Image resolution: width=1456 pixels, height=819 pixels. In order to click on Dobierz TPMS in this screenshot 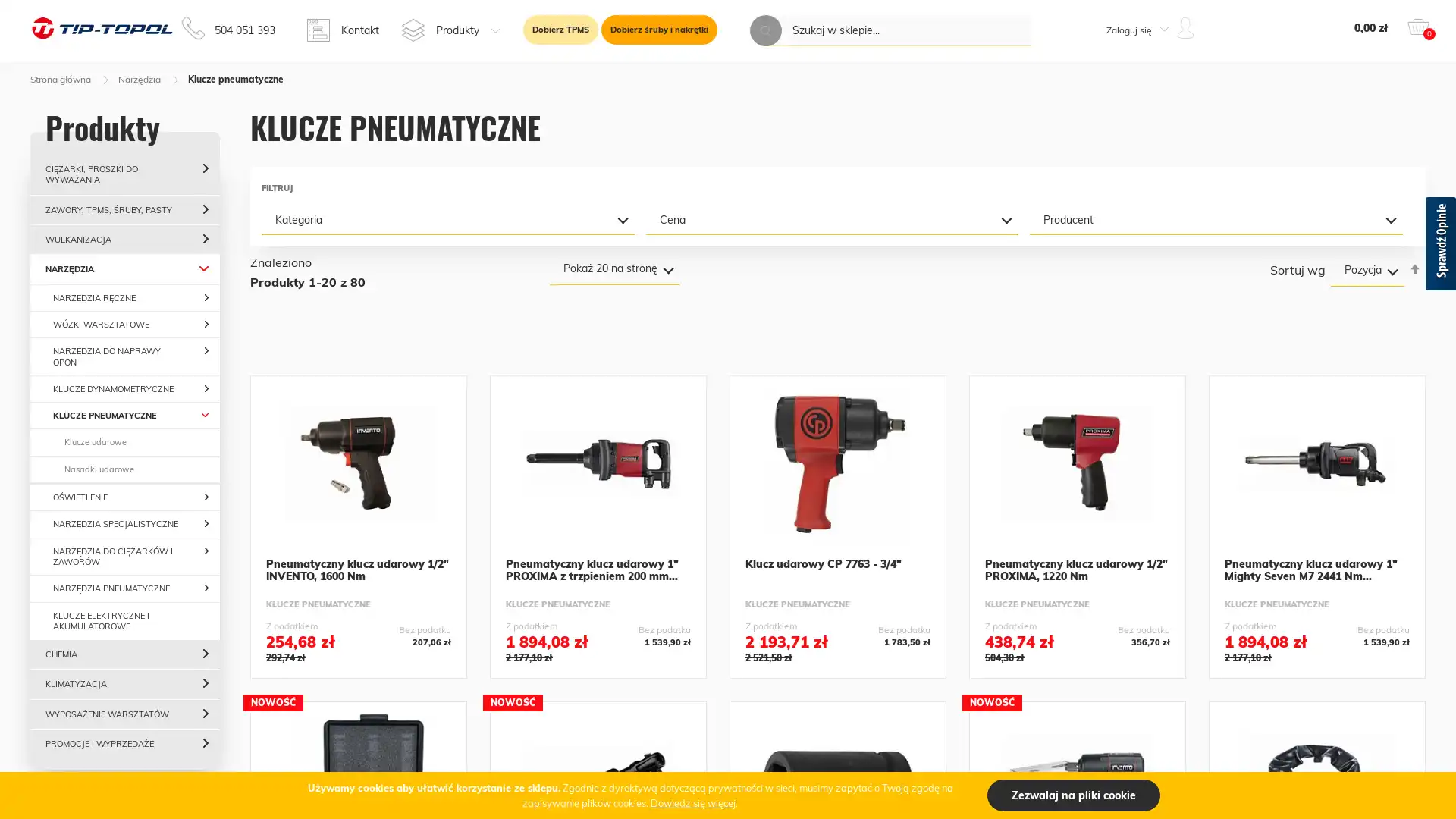, I will do `click(560, 30)`.